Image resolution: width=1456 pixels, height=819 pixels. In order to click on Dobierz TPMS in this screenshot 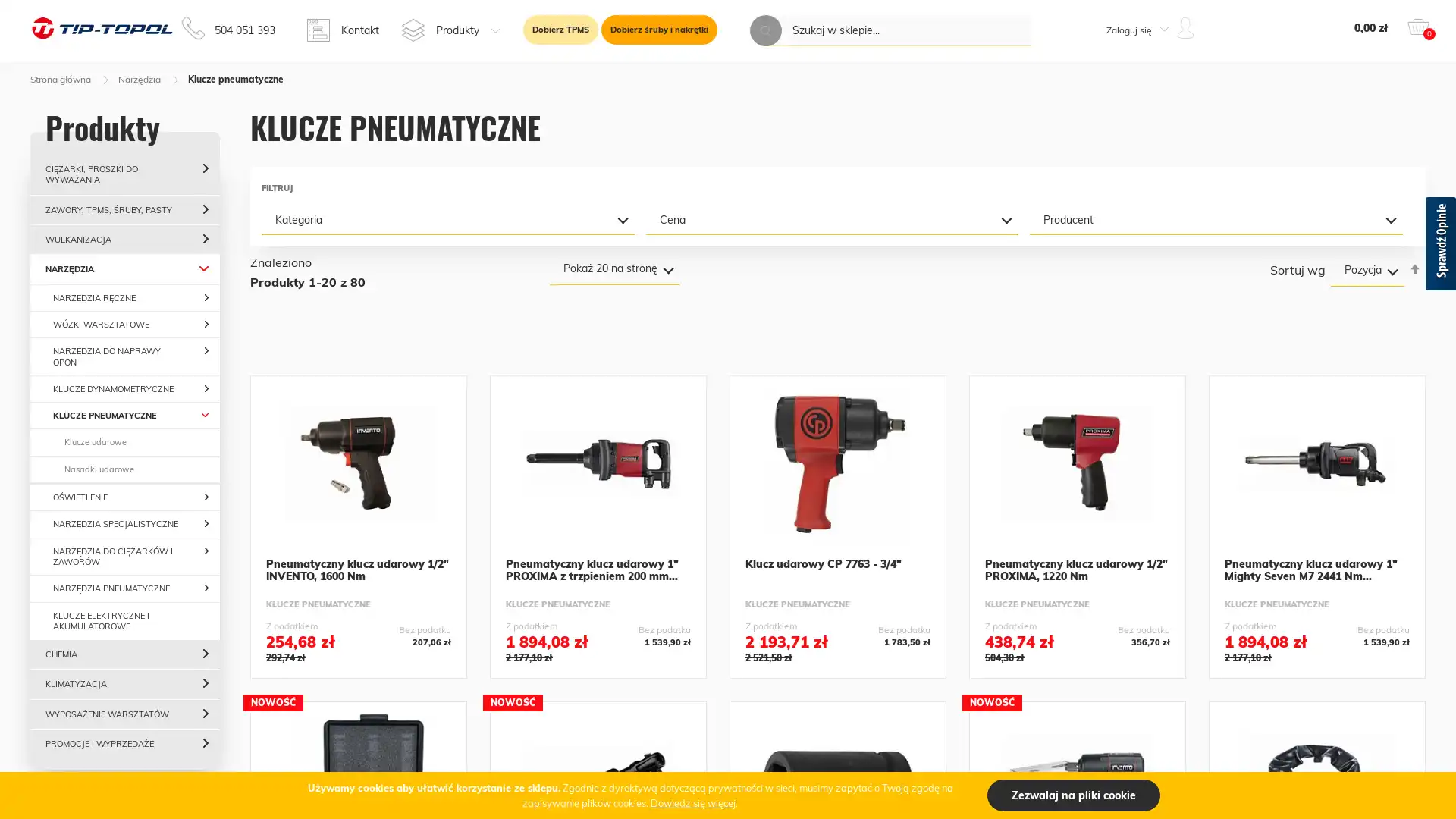, I will do `click(560, 30)`.